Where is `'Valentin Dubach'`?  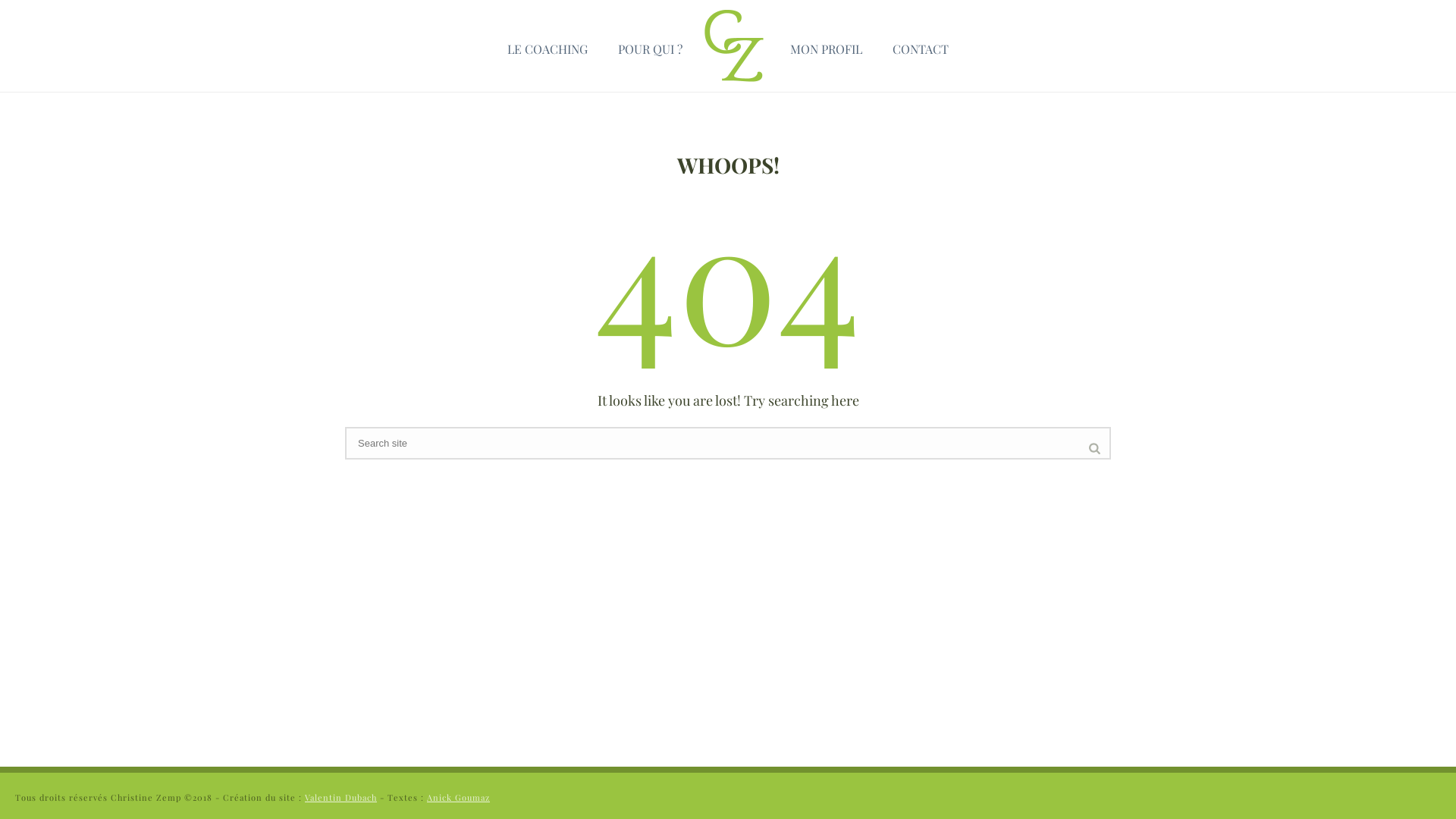 'Valentin Dubach' is located at coordinates (304, 796).